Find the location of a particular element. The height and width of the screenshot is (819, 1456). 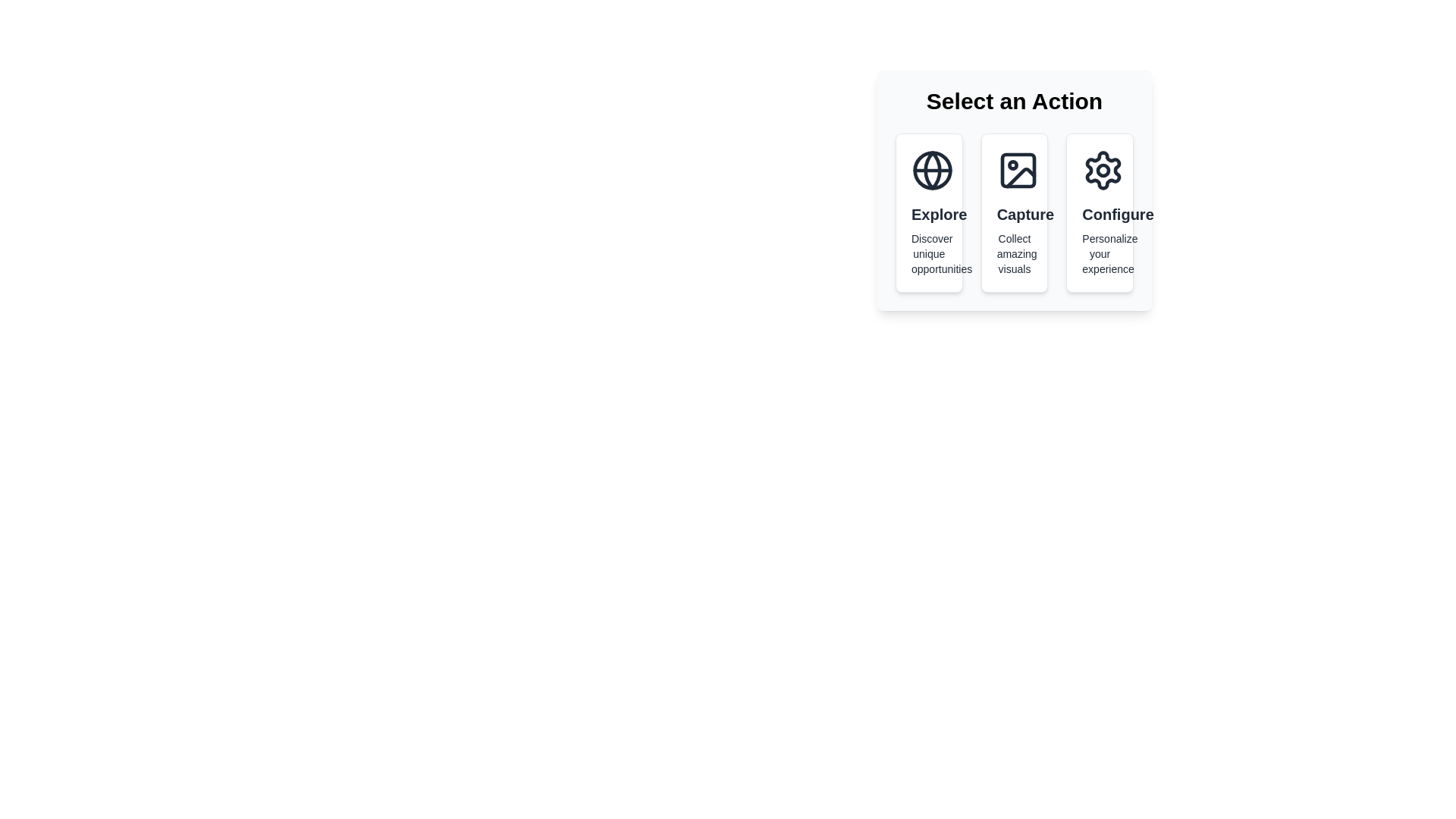

the settings icon located in the rightmost card titled 'Configure', which is the fourth icon in a horizontal layout is located at coordinates (1103, 170).